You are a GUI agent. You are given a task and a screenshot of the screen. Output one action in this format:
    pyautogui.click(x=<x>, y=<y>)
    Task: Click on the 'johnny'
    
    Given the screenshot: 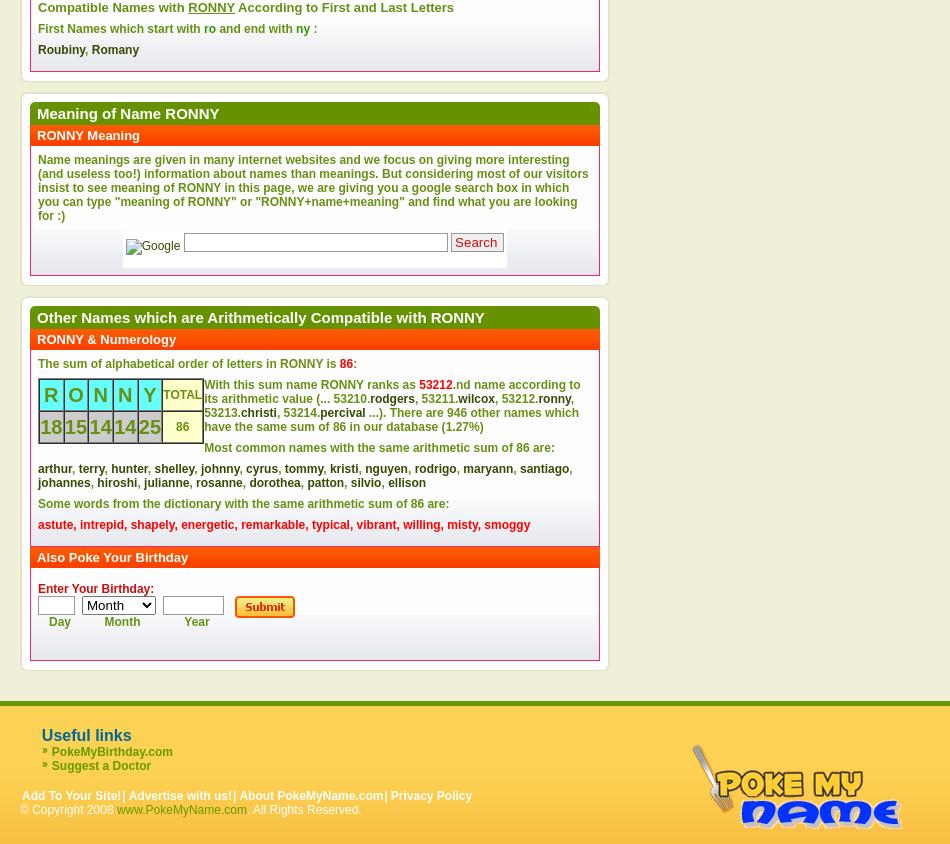 What is the action you would take?
    pyautogui.click(x=219, y=468)
    